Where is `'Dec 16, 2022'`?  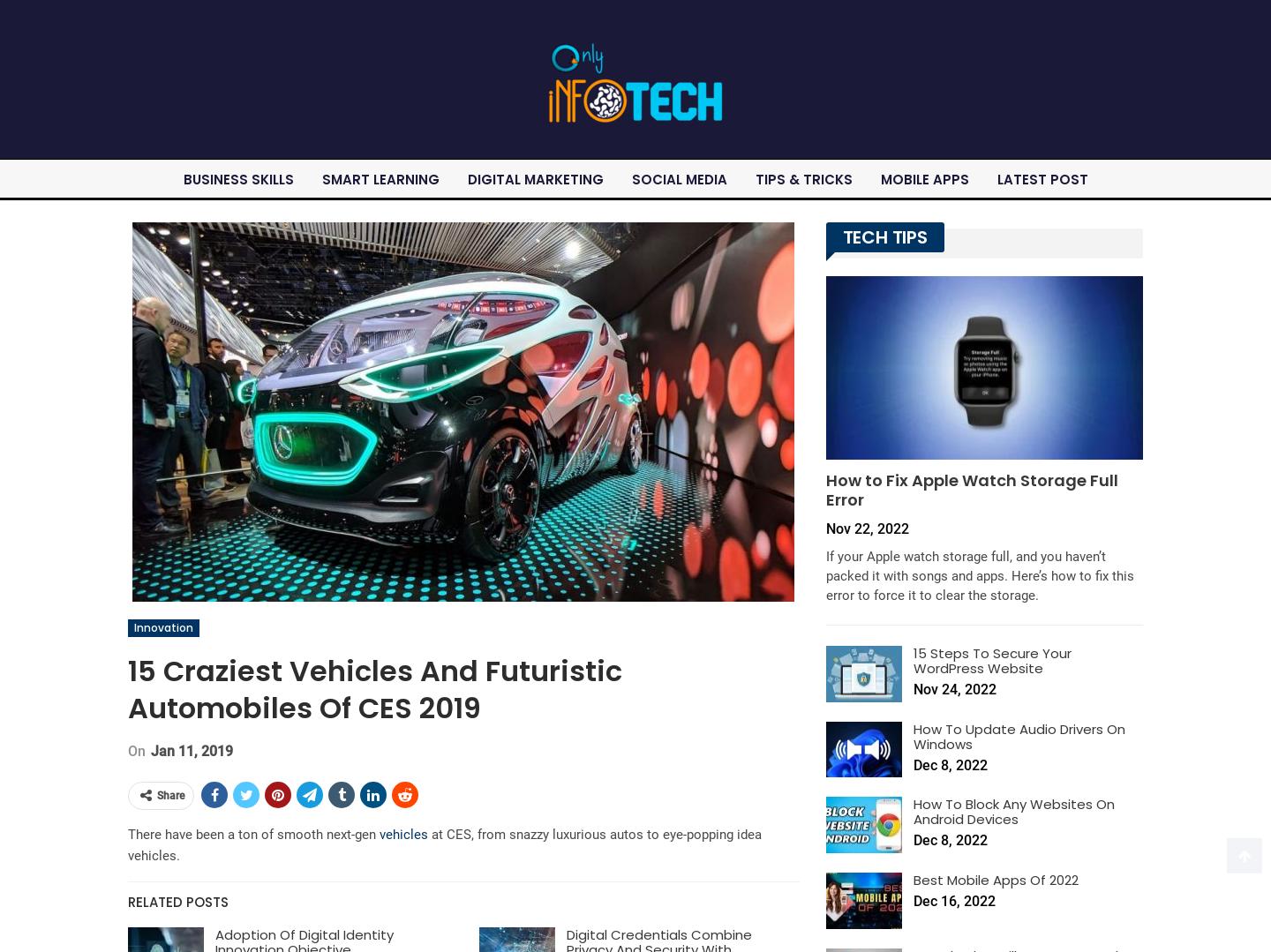 'Dec 16, 2022' is located at coordinates (953, 900).